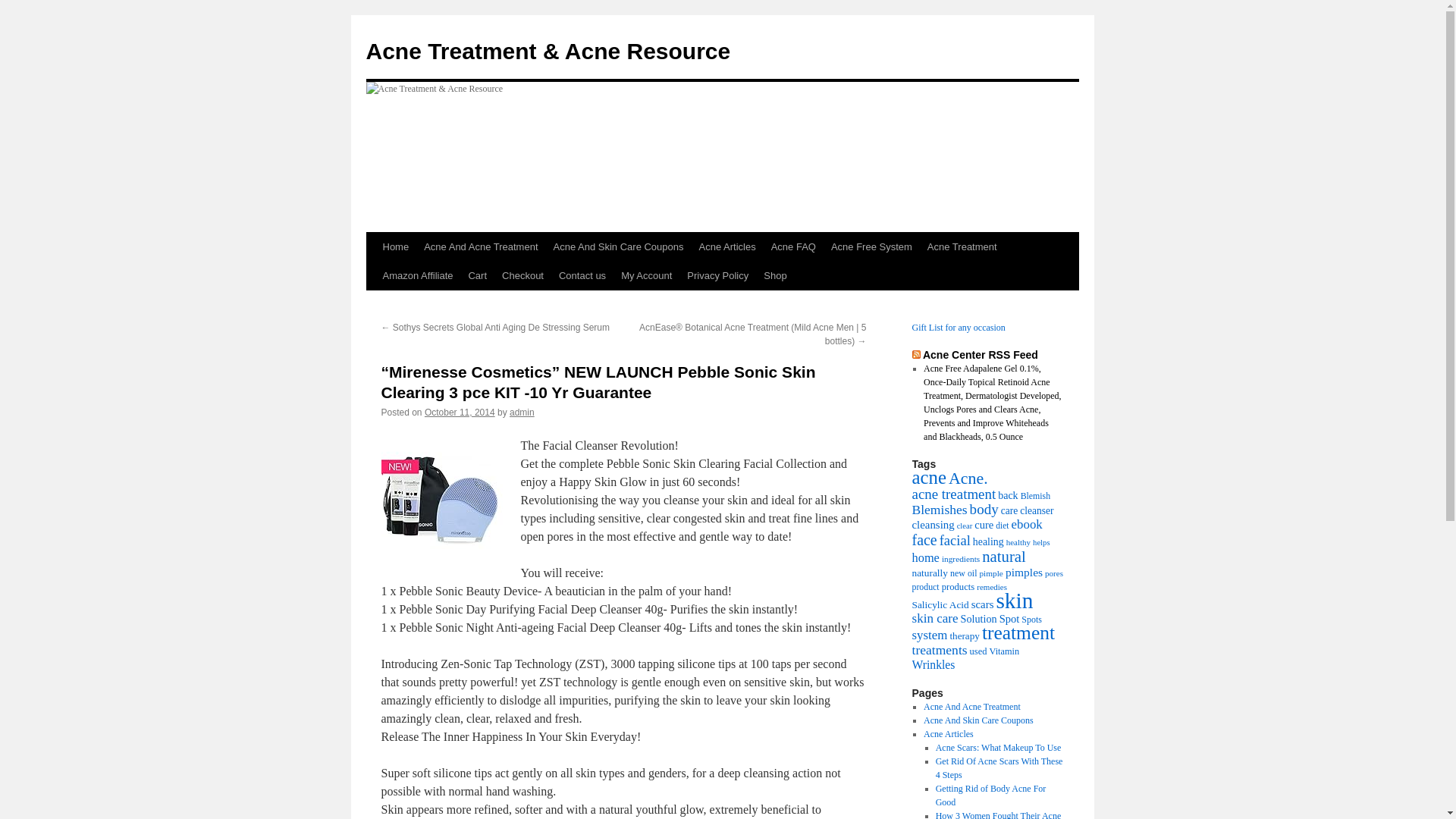 The height and width of the screenshot is (819, 1456). What do you see at coordinates (948, 733) in the screenshot?
I see `'Acne Articles'` at bounding box center [948, 733].